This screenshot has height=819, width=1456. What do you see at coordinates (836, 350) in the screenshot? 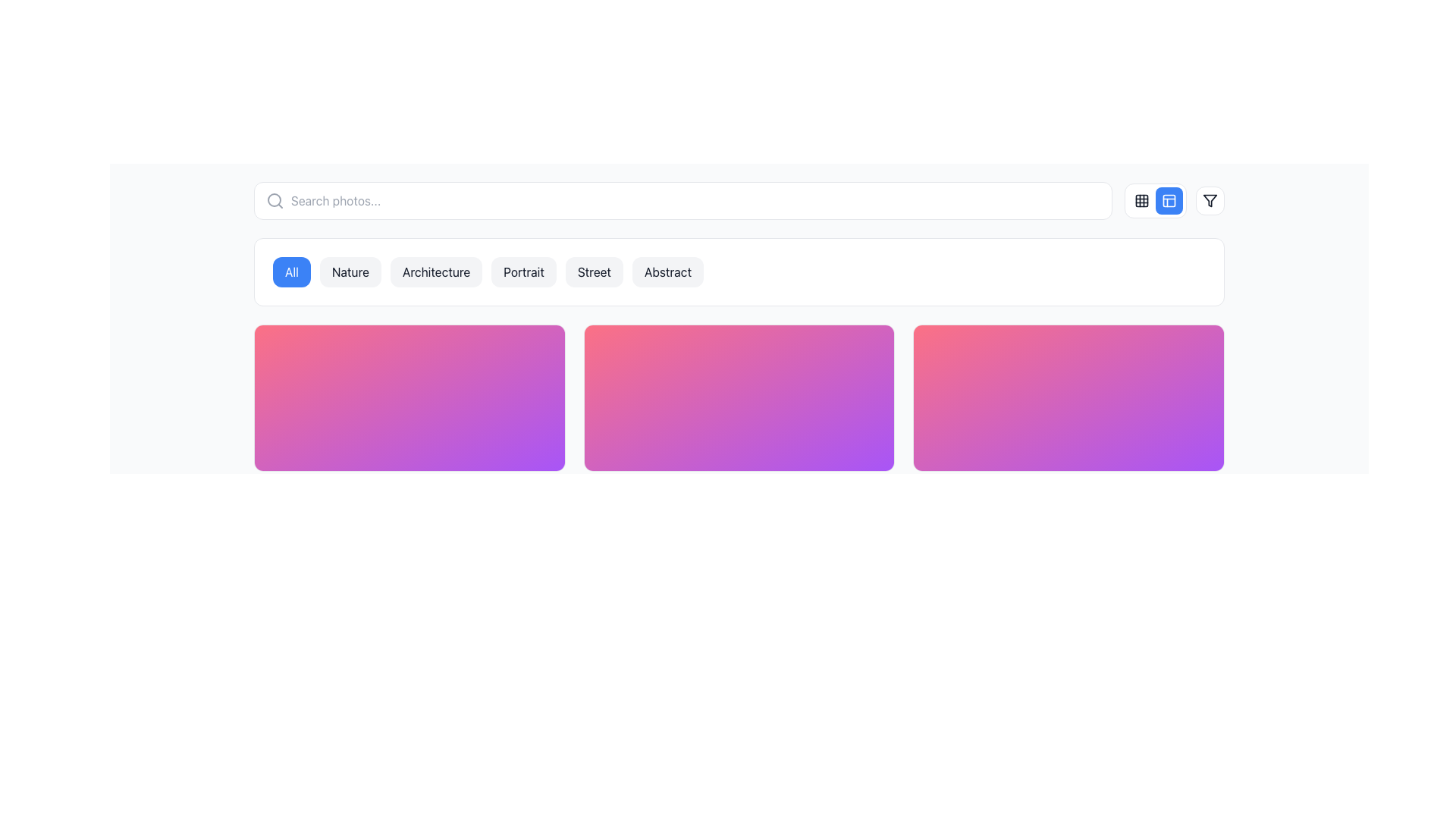
I see `the interactive button in the top-right section of the second card` at bounding box center [836, 350].